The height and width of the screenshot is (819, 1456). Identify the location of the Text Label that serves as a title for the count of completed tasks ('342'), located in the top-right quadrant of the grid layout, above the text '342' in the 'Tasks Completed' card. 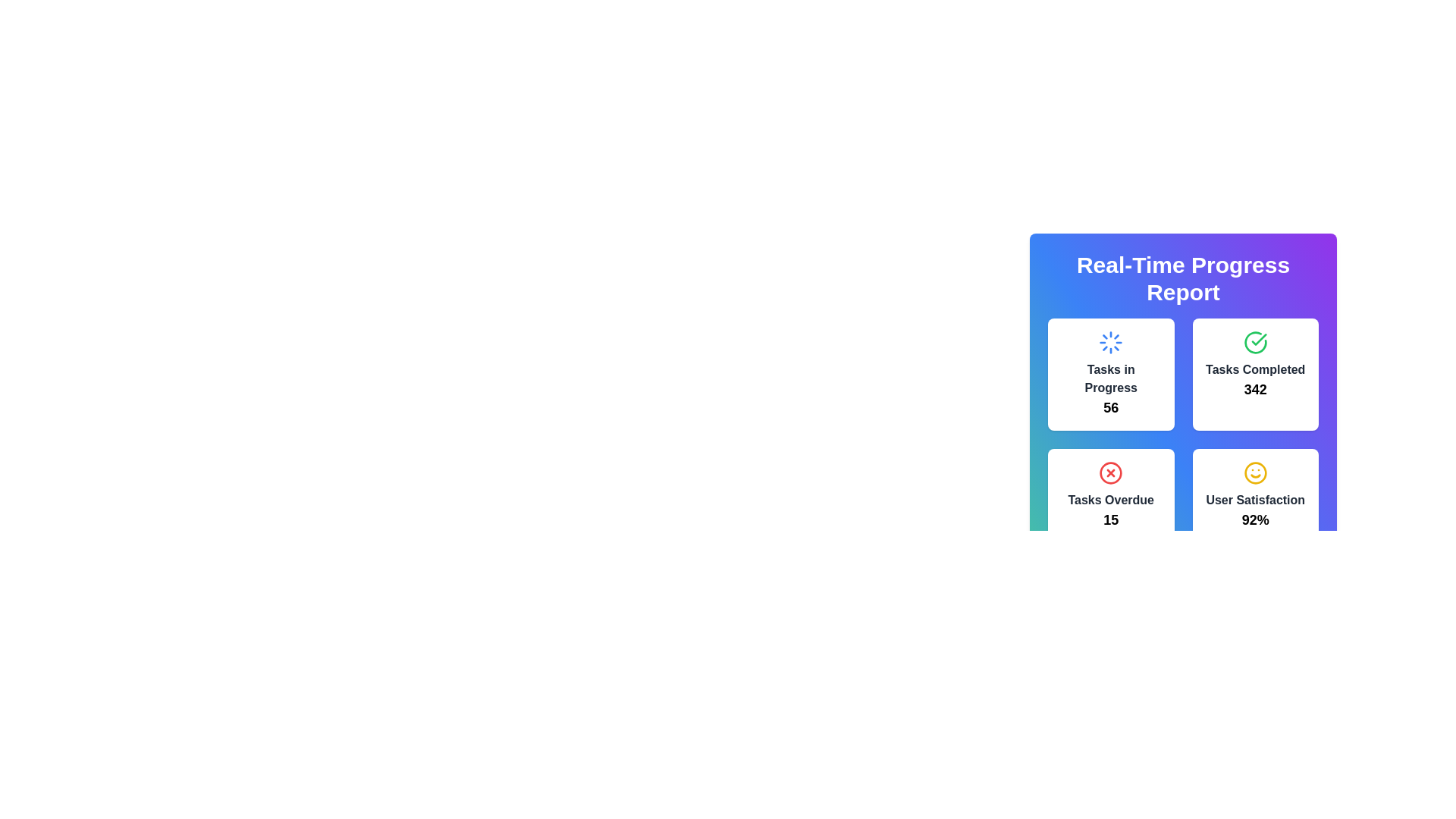
(1255, 370).